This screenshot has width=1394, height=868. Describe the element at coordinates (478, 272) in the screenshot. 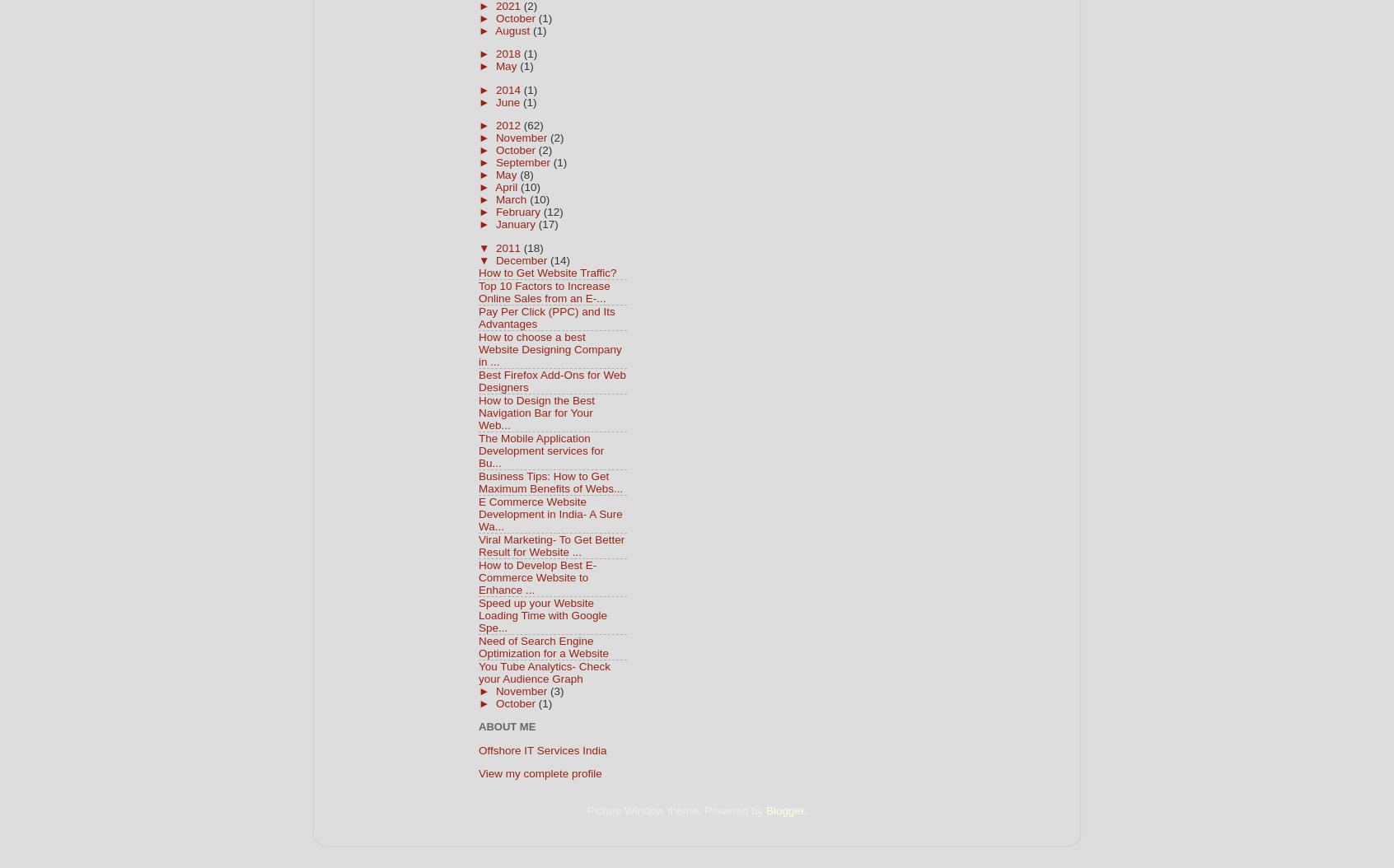

I see `'How to Get Website Traffic?'` at that location.